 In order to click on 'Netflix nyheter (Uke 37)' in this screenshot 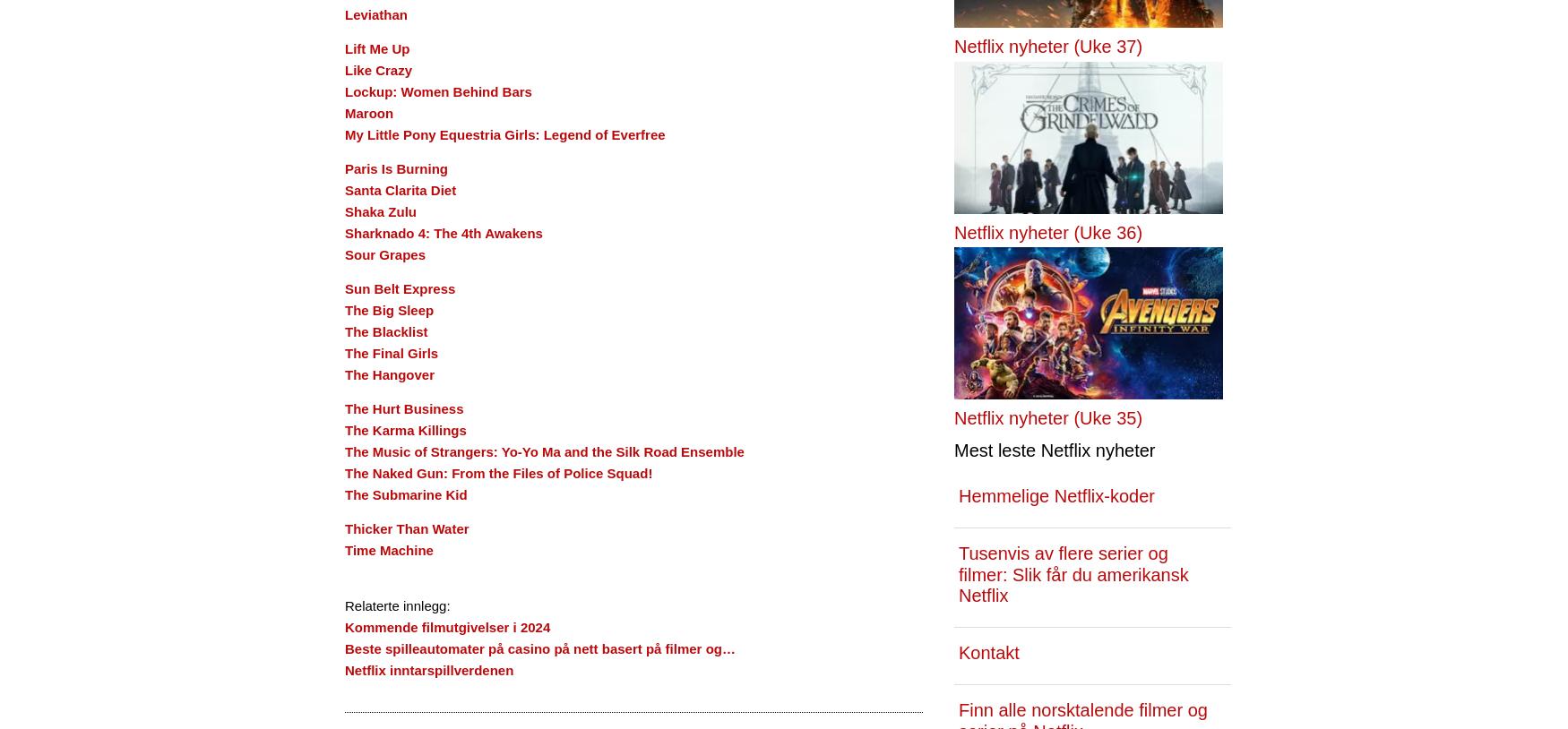, I will do `click(1047, 45)`.